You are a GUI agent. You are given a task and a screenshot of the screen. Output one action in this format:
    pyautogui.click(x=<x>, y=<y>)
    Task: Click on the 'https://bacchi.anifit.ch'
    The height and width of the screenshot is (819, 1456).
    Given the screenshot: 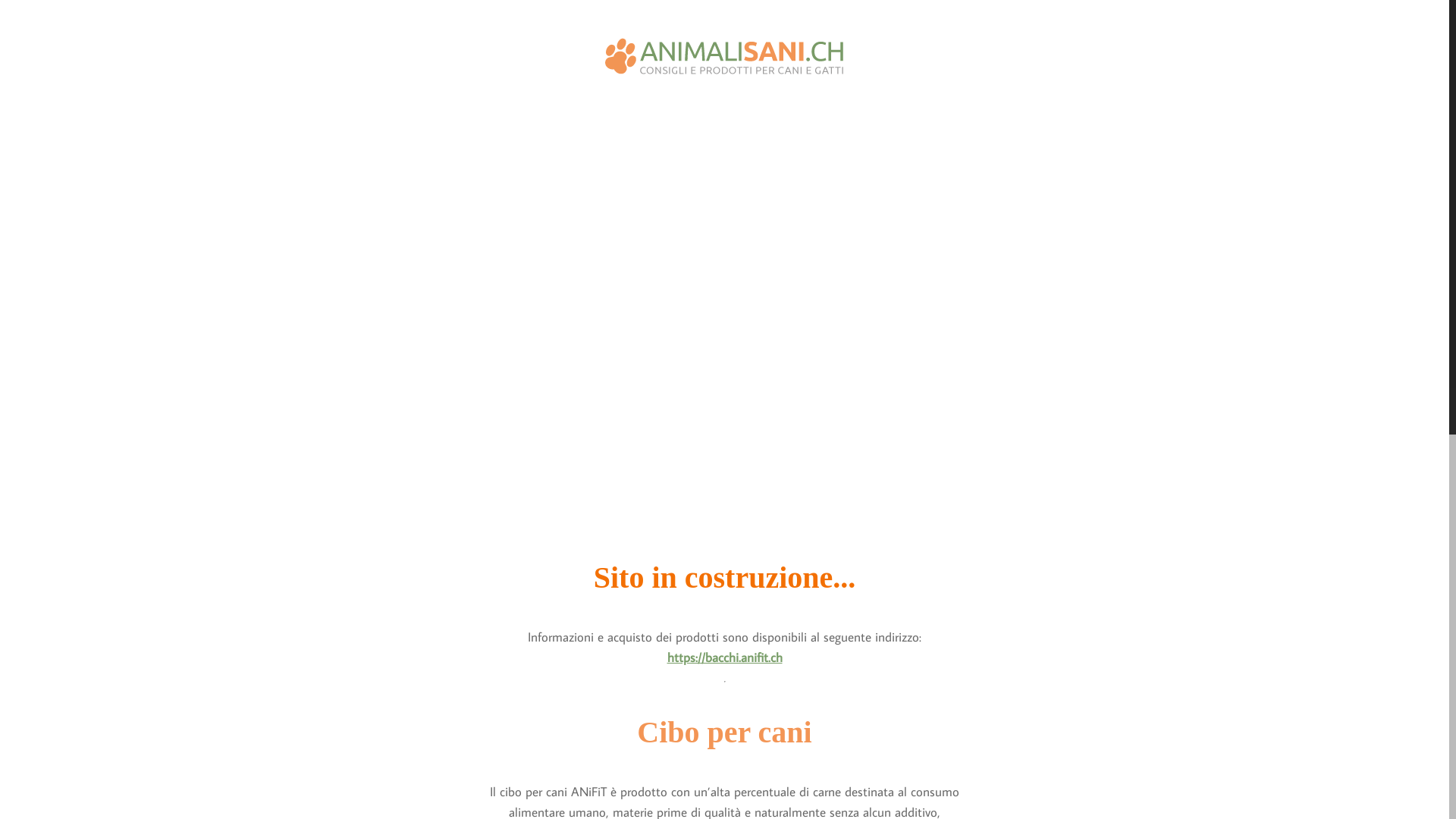 What is the action you would take?
    pyautogui.click(x=723, y=657)
    